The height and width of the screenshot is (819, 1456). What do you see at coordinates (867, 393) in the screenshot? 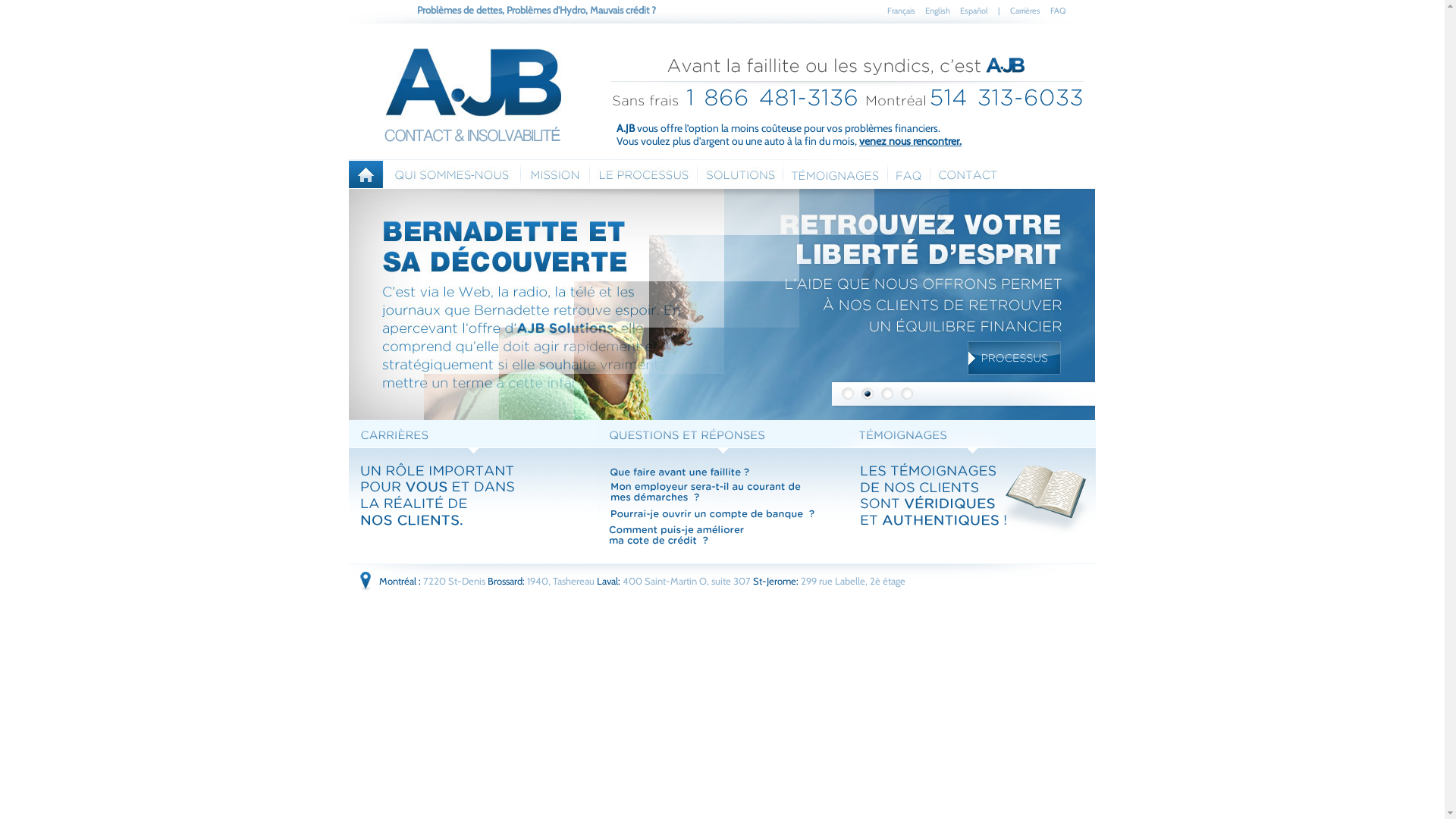
I see `'2'` at bounding box center [867, 393].